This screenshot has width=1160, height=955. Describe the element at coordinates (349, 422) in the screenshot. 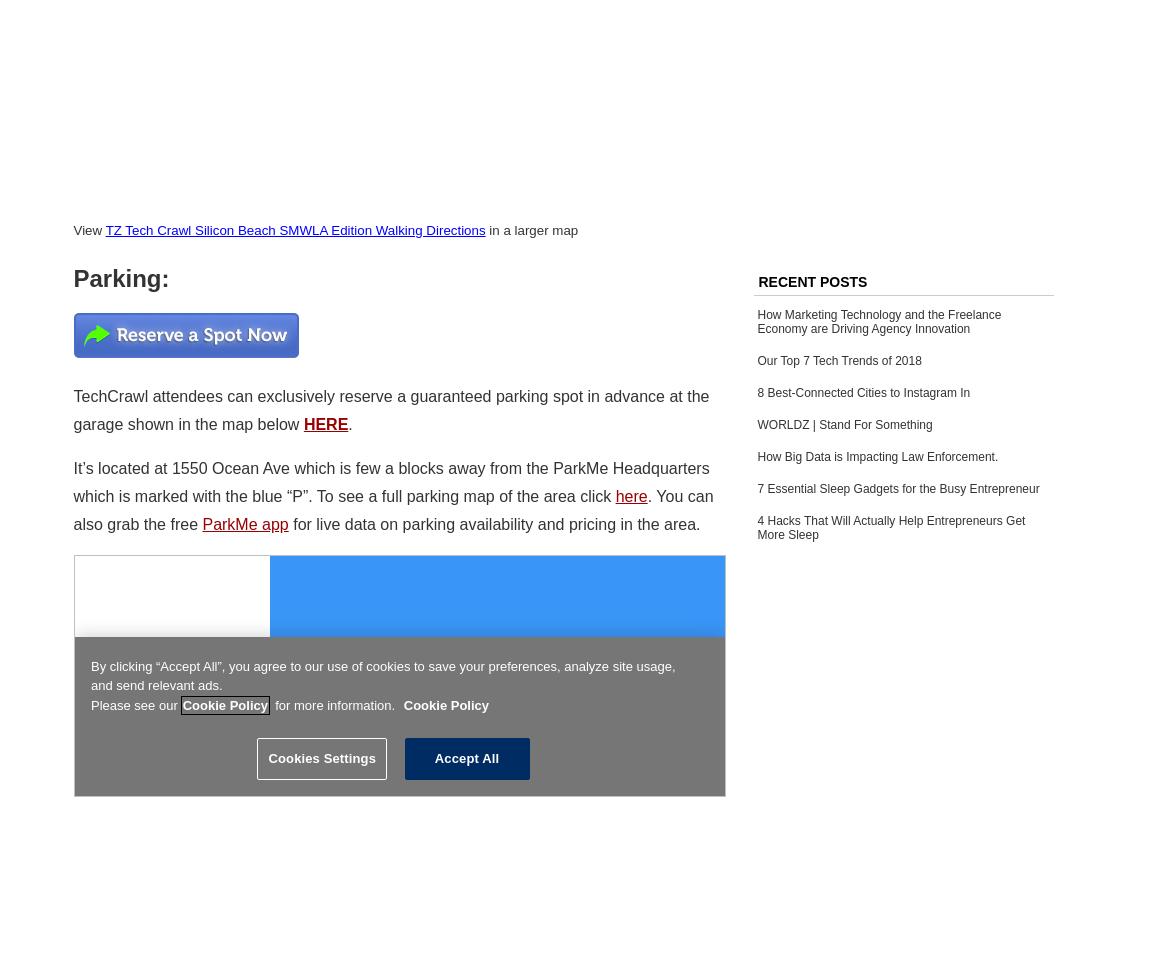

I see `'.'` at that location.